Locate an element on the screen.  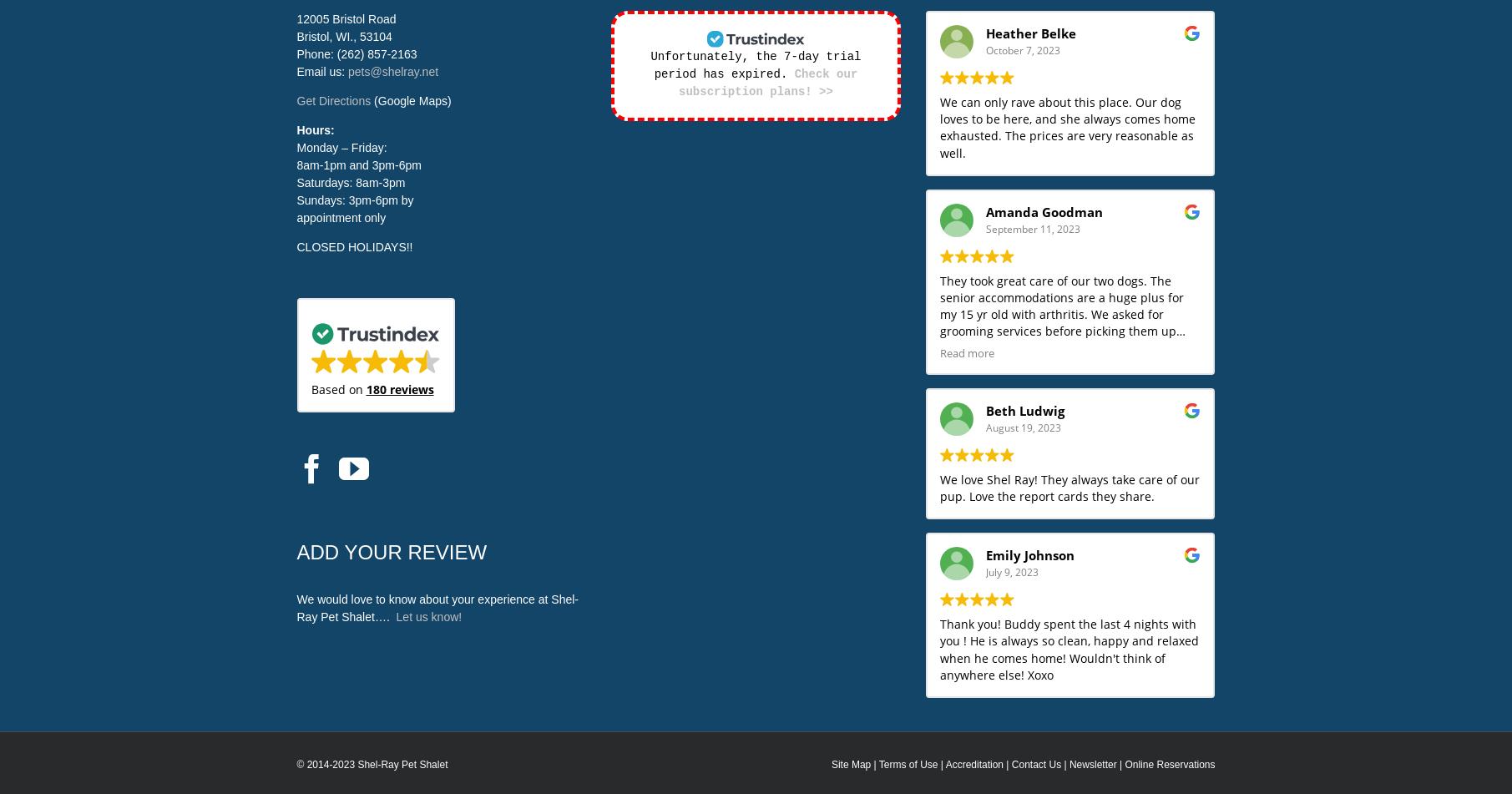
'August 19, 2023' is located at coordinates (1022, 427).